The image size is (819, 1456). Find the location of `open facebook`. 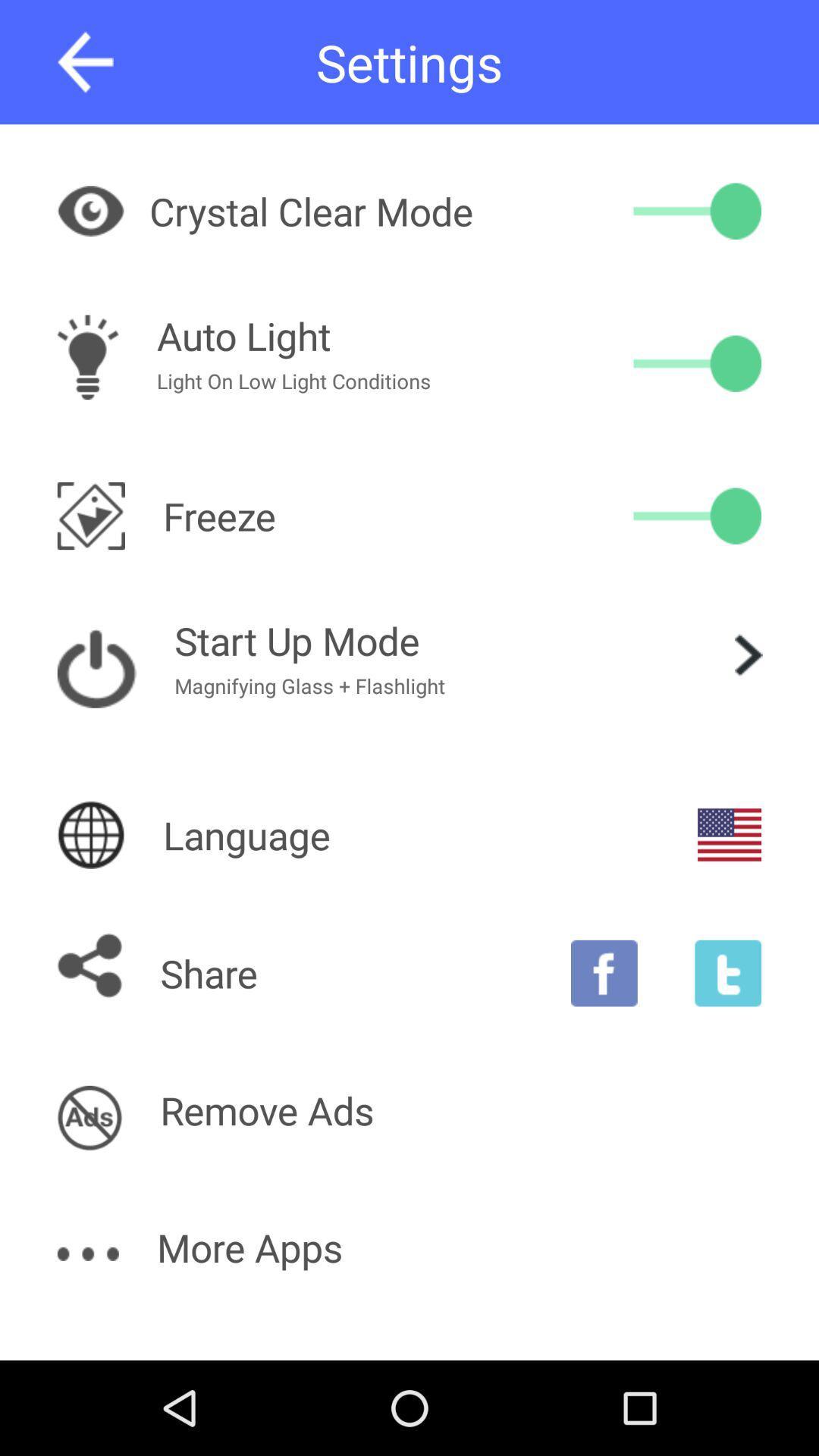

open facebook is located at coordinates (603, 973).